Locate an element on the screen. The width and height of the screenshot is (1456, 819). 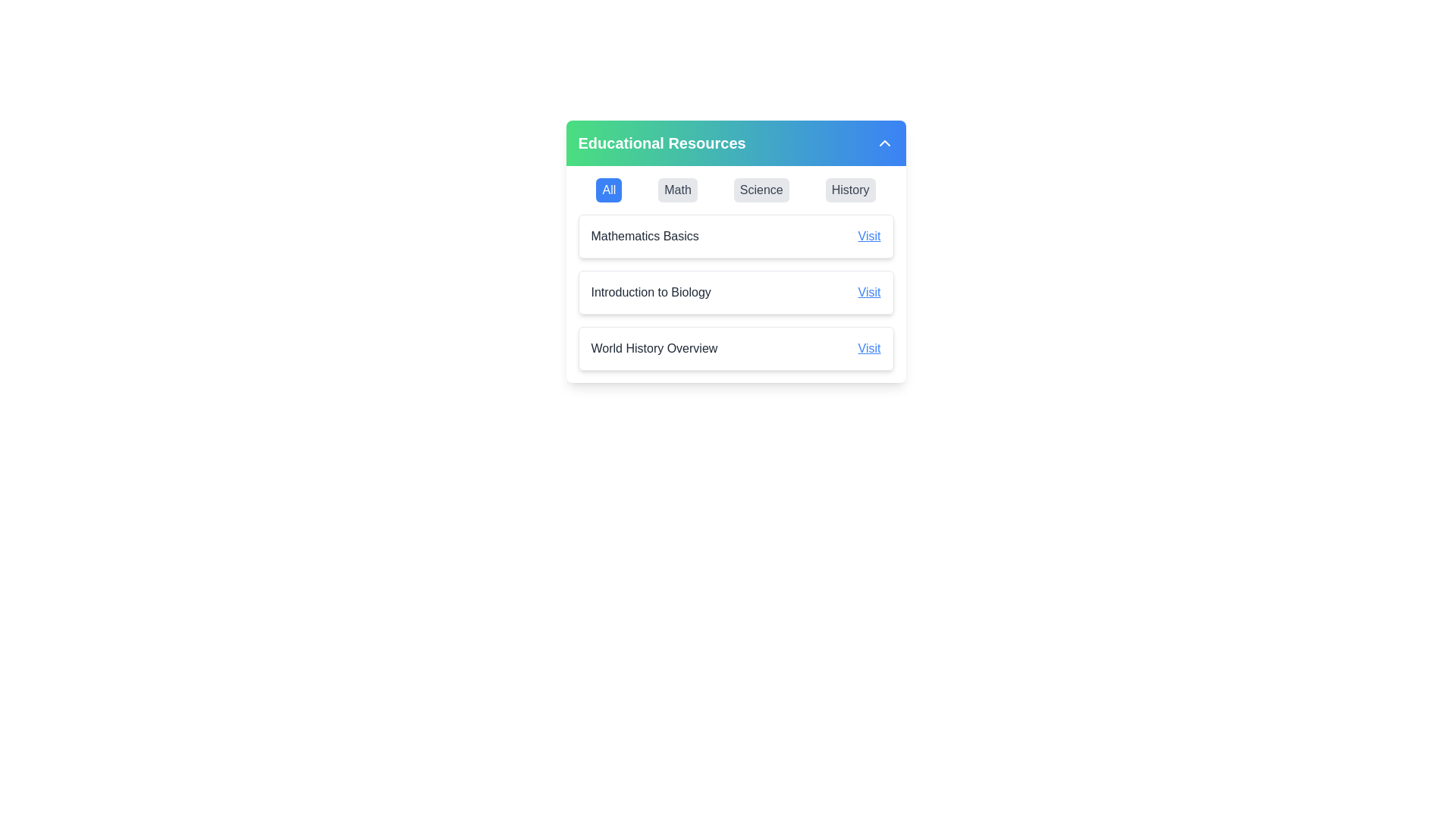
keyboard navigation is located at coordinates (850, 189).